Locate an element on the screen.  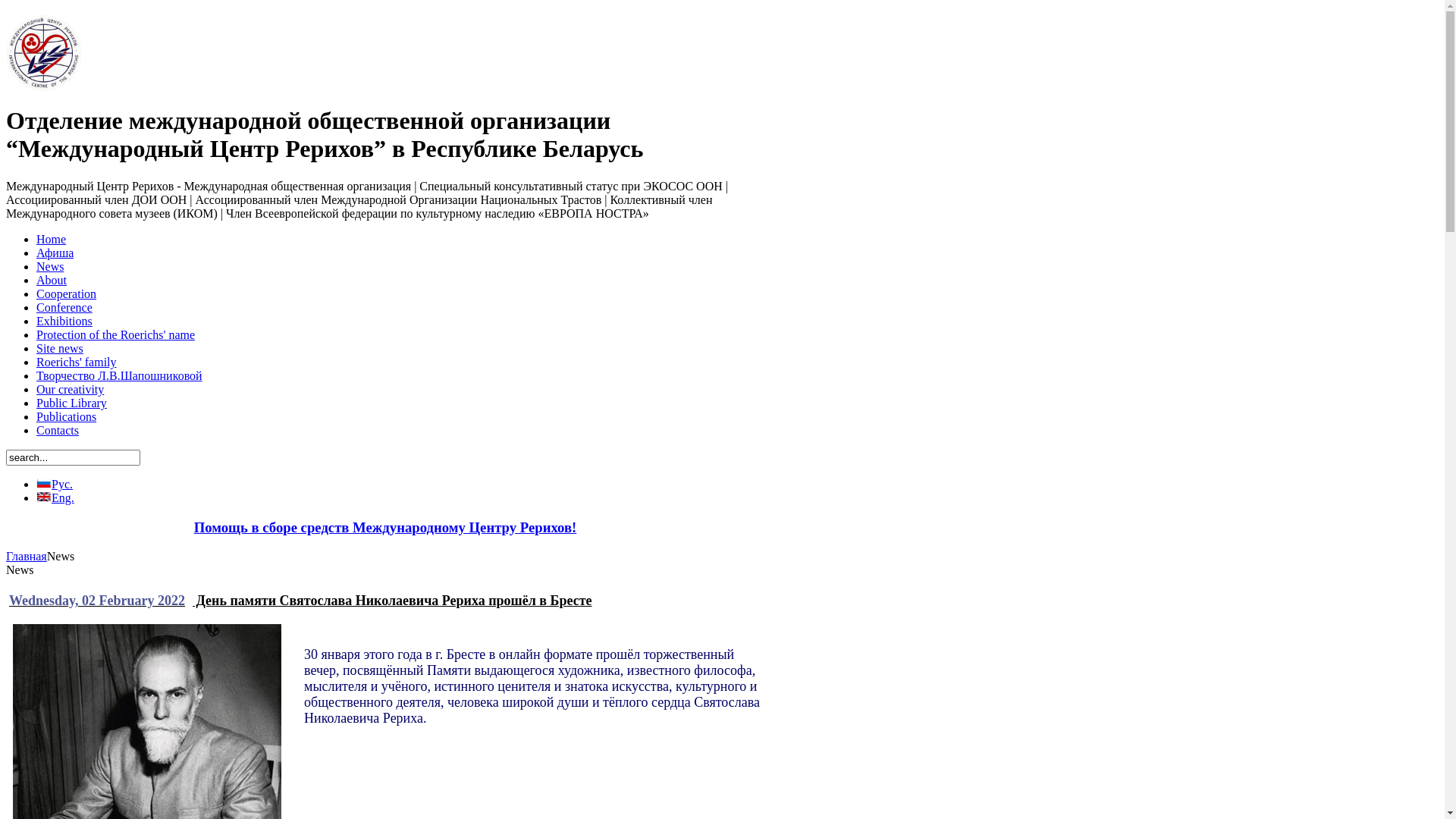
'About' is located at coordinates (36, 280).